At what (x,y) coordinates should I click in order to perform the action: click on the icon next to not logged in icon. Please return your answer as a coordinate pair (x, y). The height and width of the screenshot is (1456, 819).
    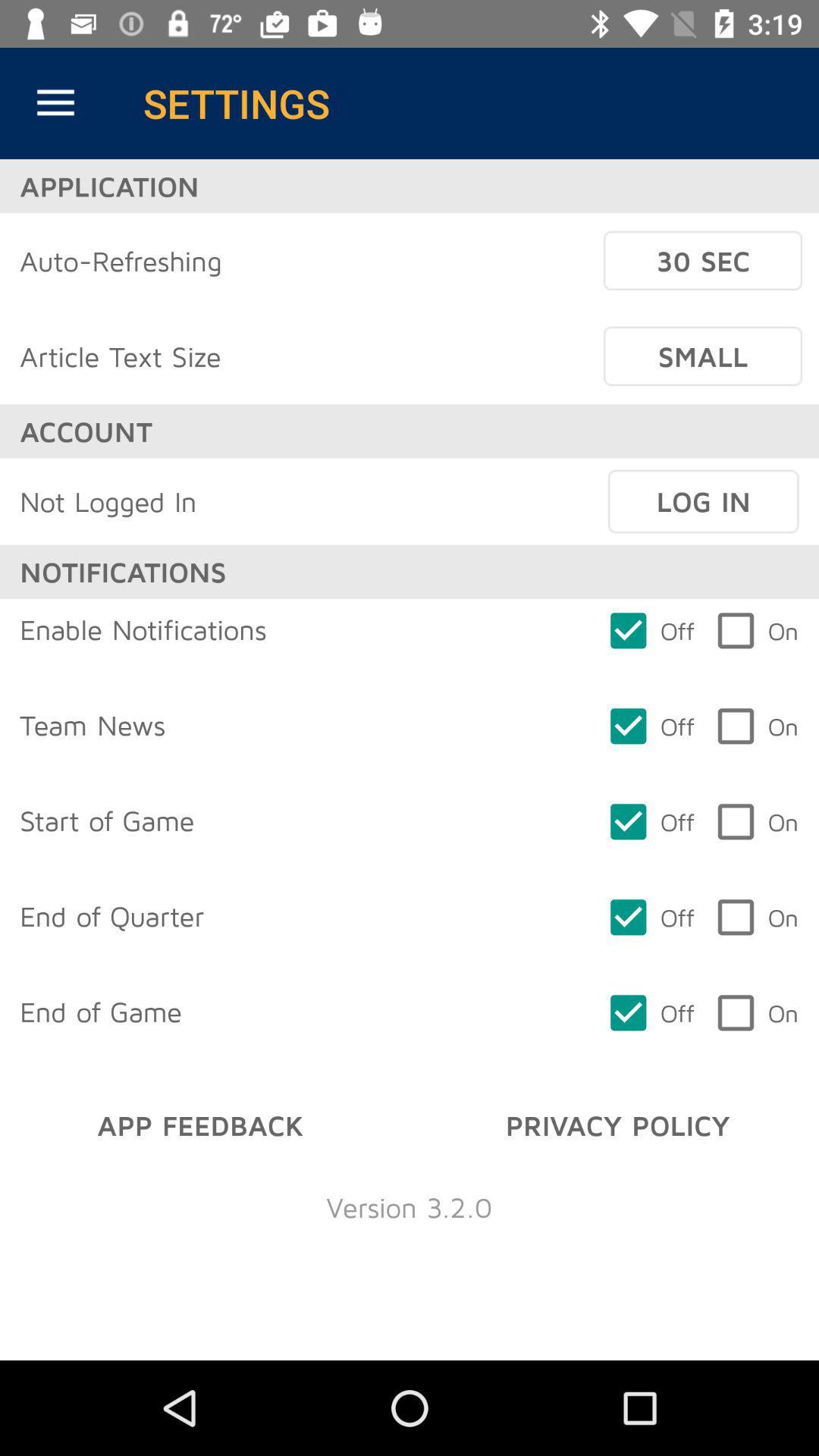
    Looking at the image, I should click on (703, 501).